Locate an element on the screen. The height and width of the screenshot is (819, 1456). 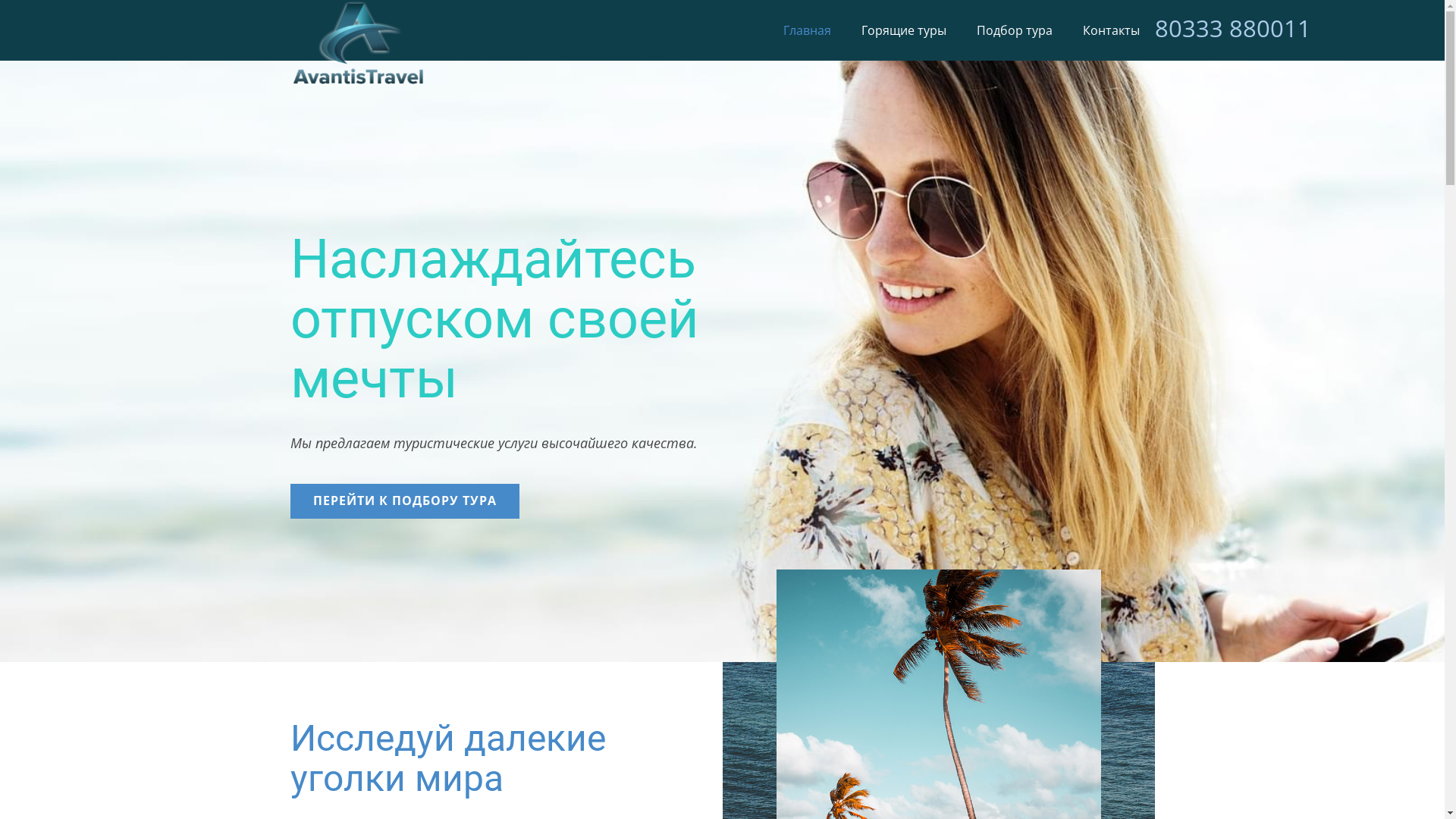
'80333 880011' is located at coordinates (1232, 28).